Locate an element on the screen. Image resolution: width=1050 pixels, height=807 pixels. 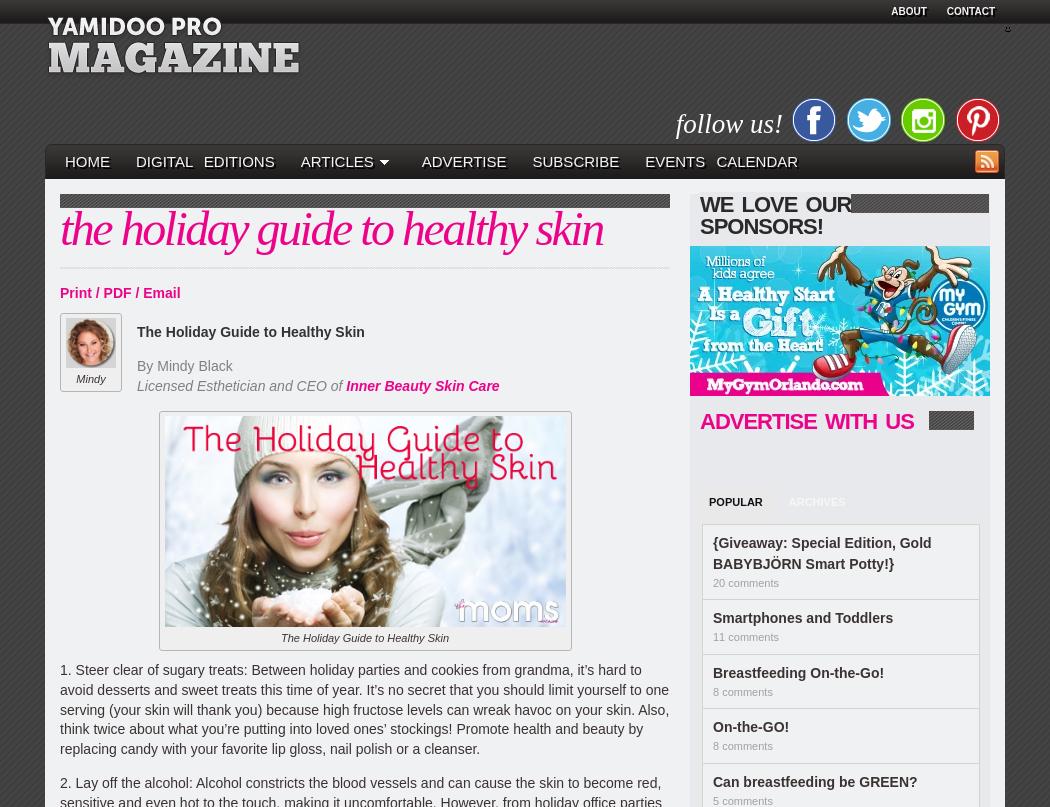
'Licensed Esthetician and CEO of' is located at coordinates (241, 385).